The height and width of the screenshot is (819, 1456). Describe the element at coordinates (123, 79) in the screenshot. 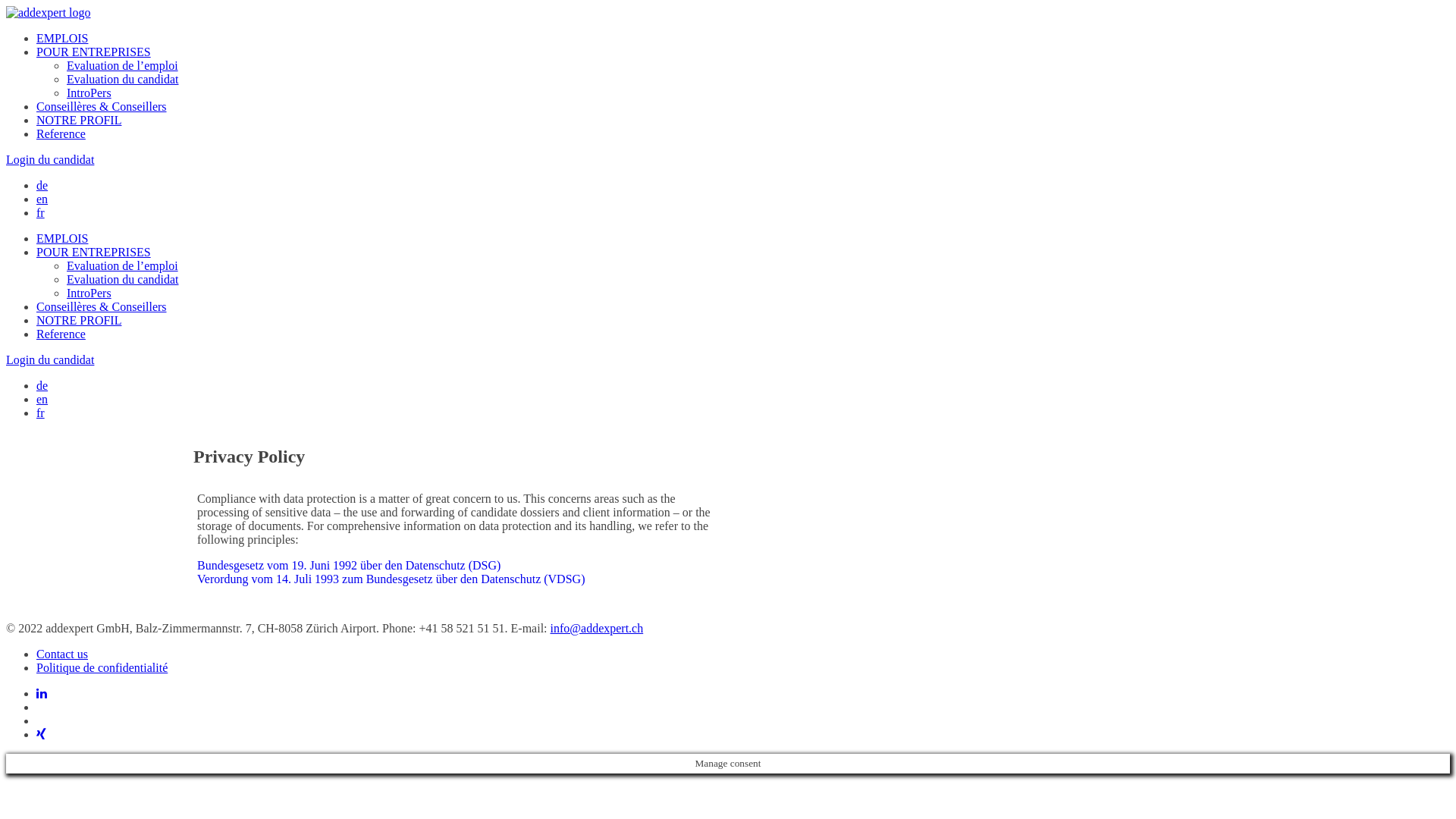

I see `'Evaluation du candidat'` at that location.